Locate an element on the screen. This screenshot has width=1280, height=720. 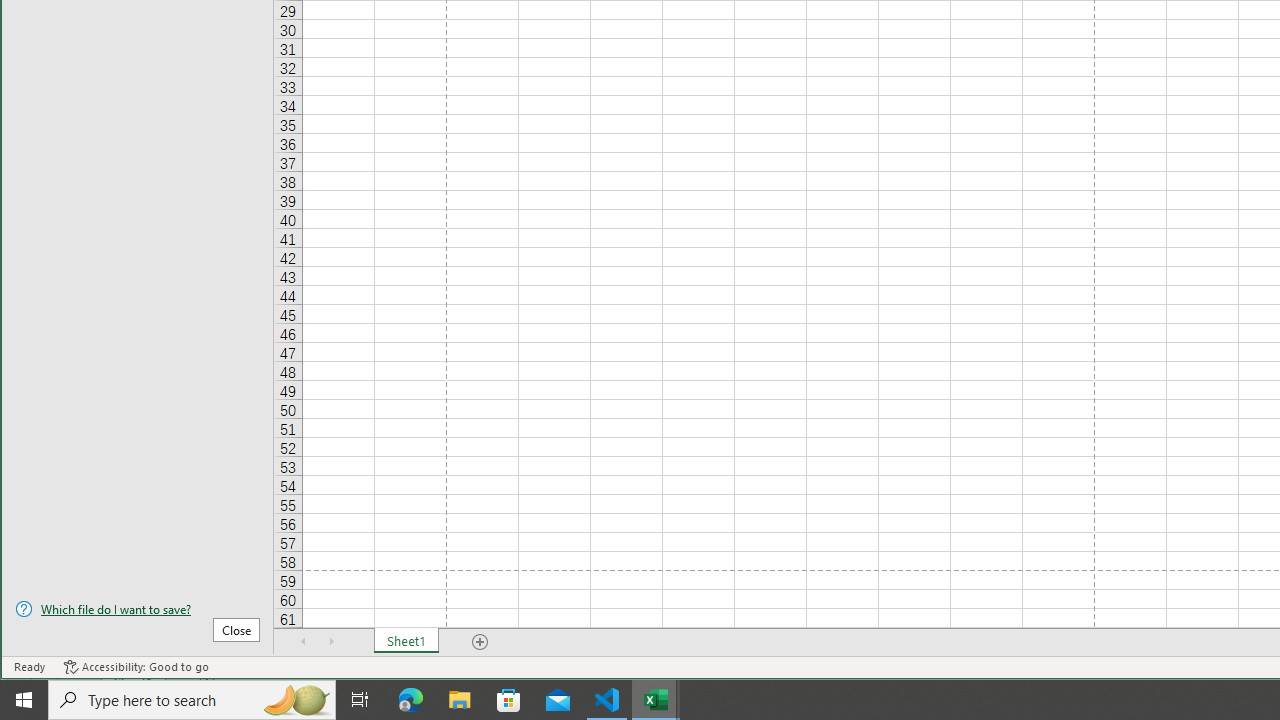
'Microsoft Edge' is located at coordinates (410, 698).